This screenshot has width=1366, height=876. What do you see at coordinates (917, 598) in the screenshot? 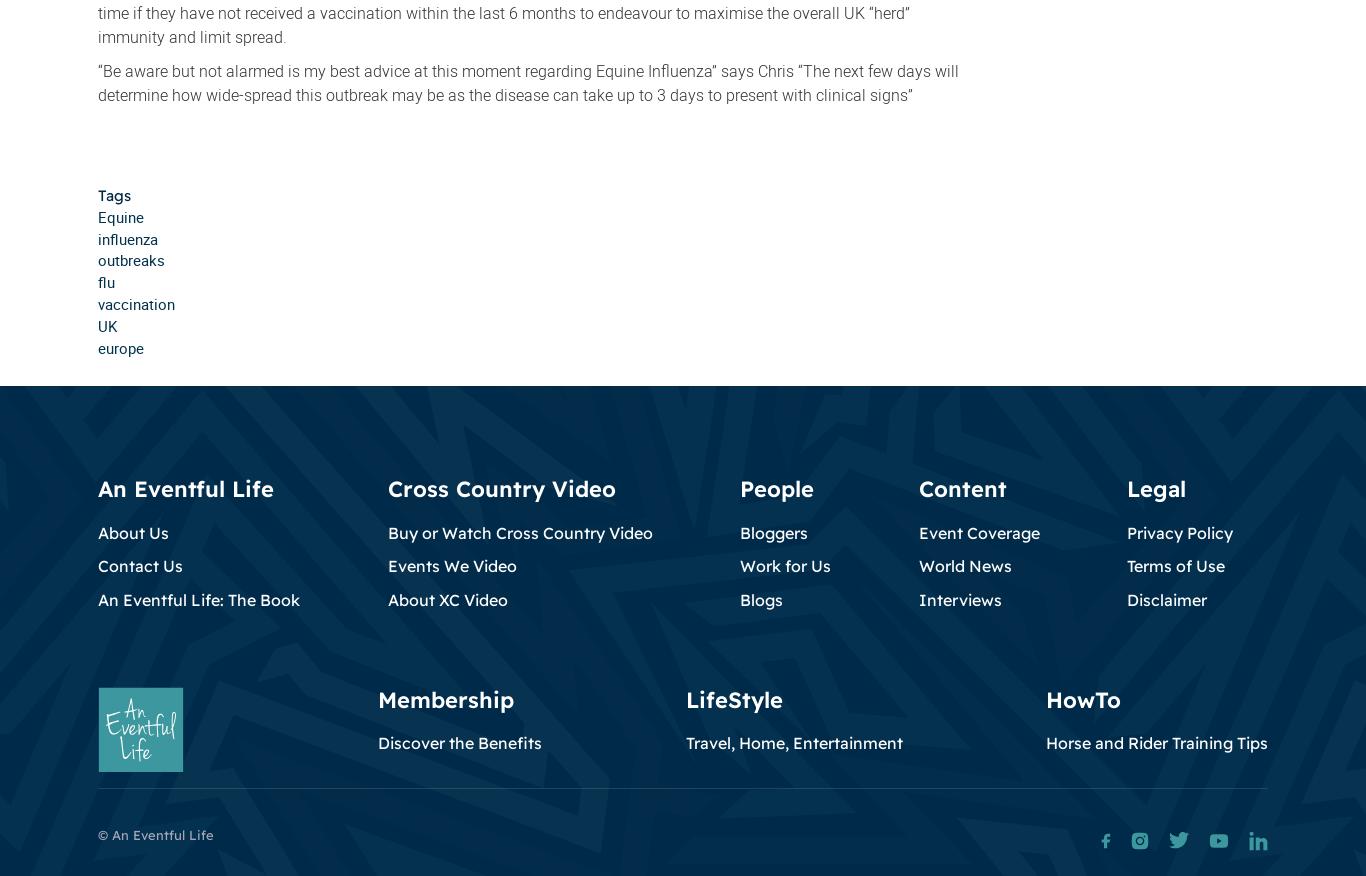
I see `'Interviews'` at bounding box center [917, 598].